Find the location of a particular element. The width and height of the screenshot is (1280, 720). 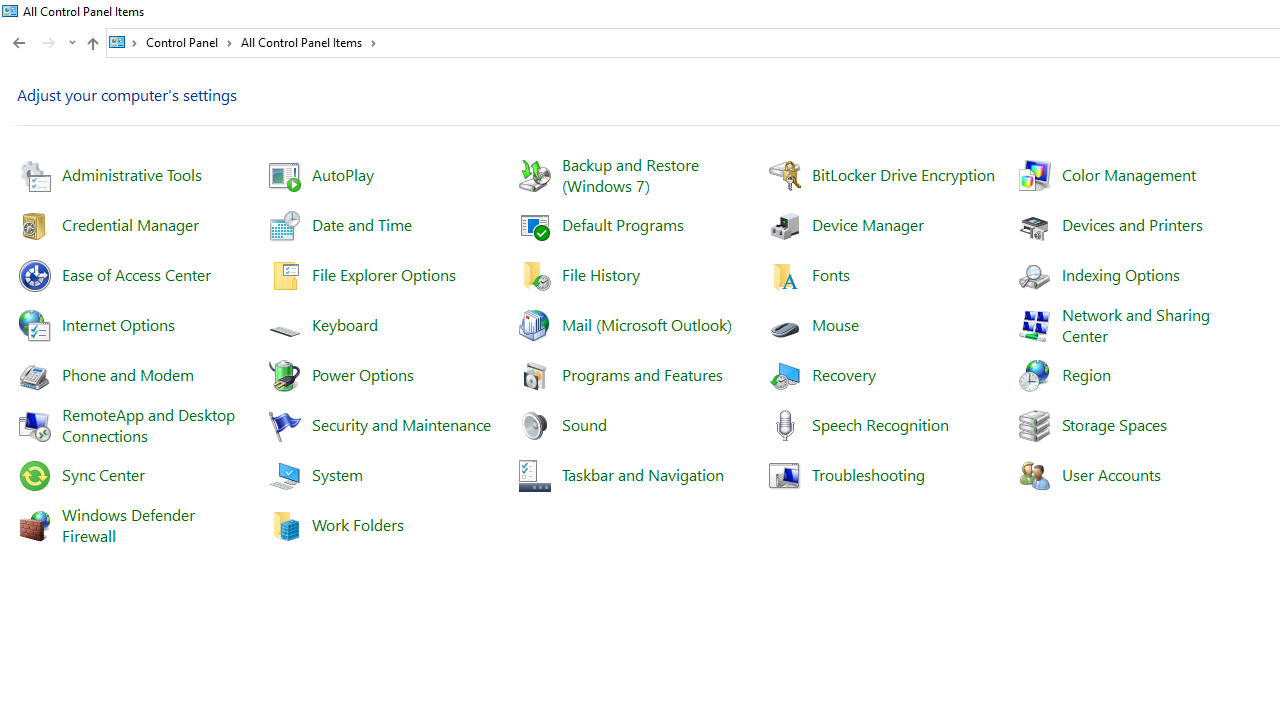

'Navigation buttons' is located at coordinates (42, 43).